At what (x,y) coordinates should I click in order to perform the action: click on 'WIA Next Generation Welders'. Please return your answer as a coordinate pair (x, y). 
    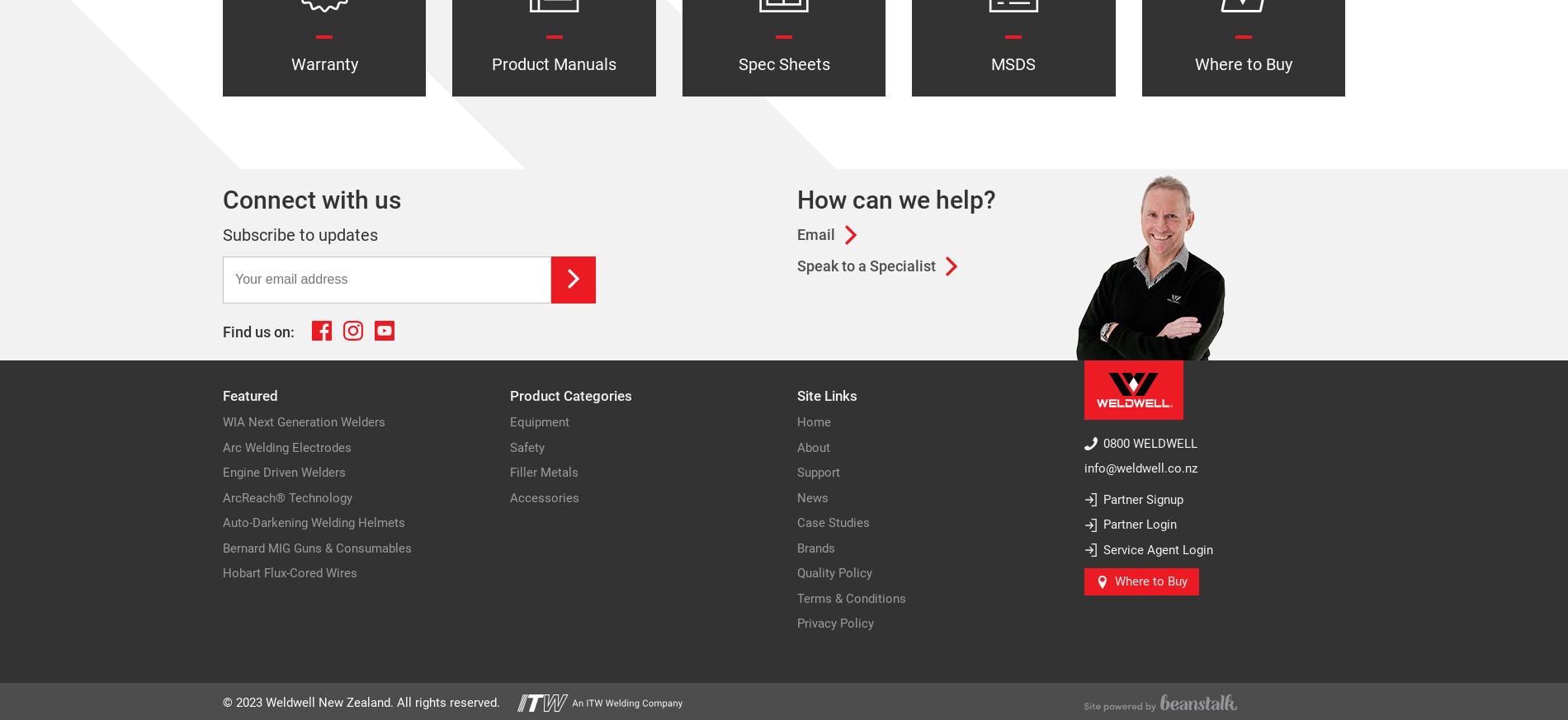
    Looking at the image, I should click on (303, 422).